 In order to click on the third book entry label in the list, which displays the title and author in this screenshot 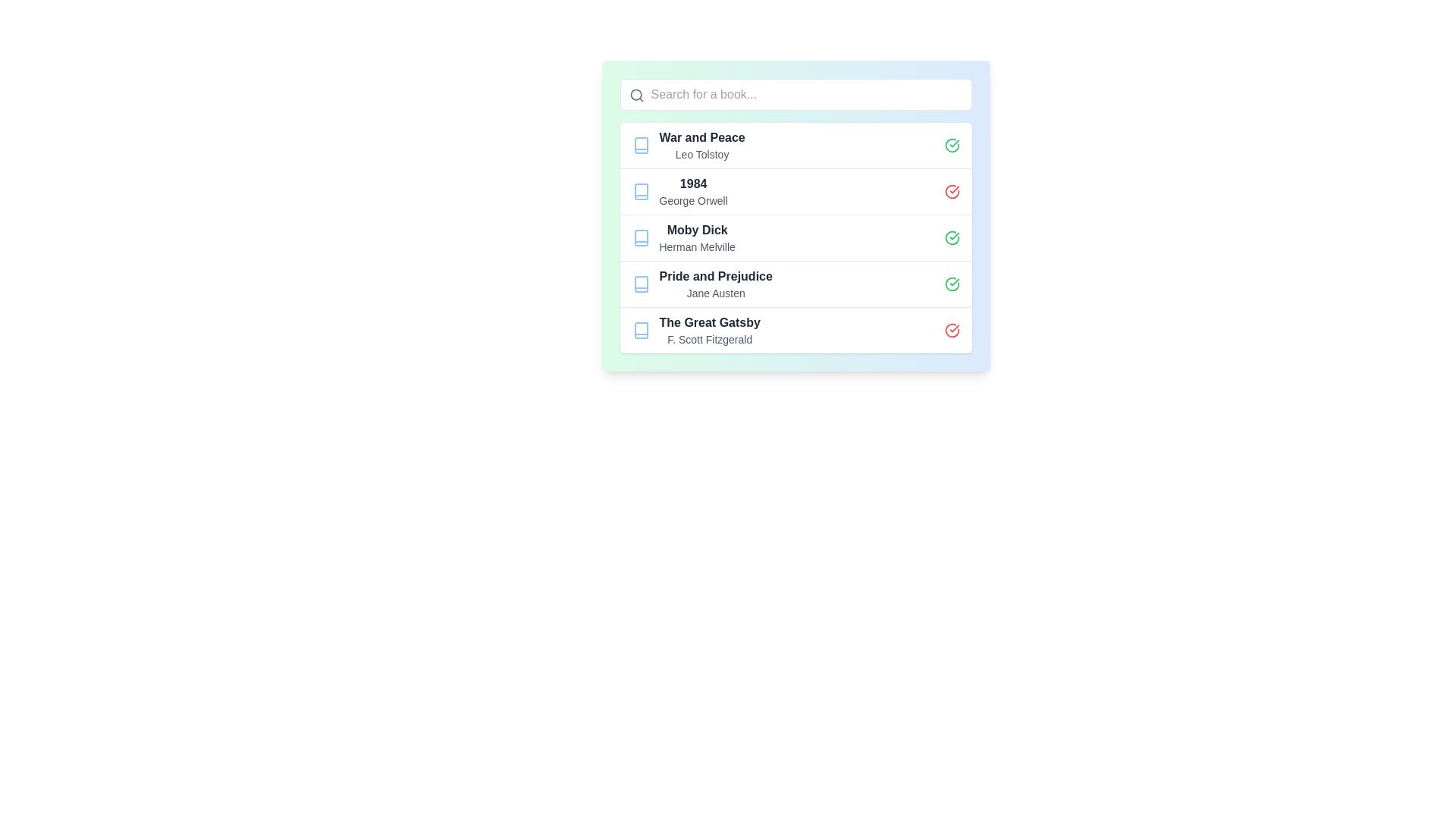, I will do `click(715, 284)`.